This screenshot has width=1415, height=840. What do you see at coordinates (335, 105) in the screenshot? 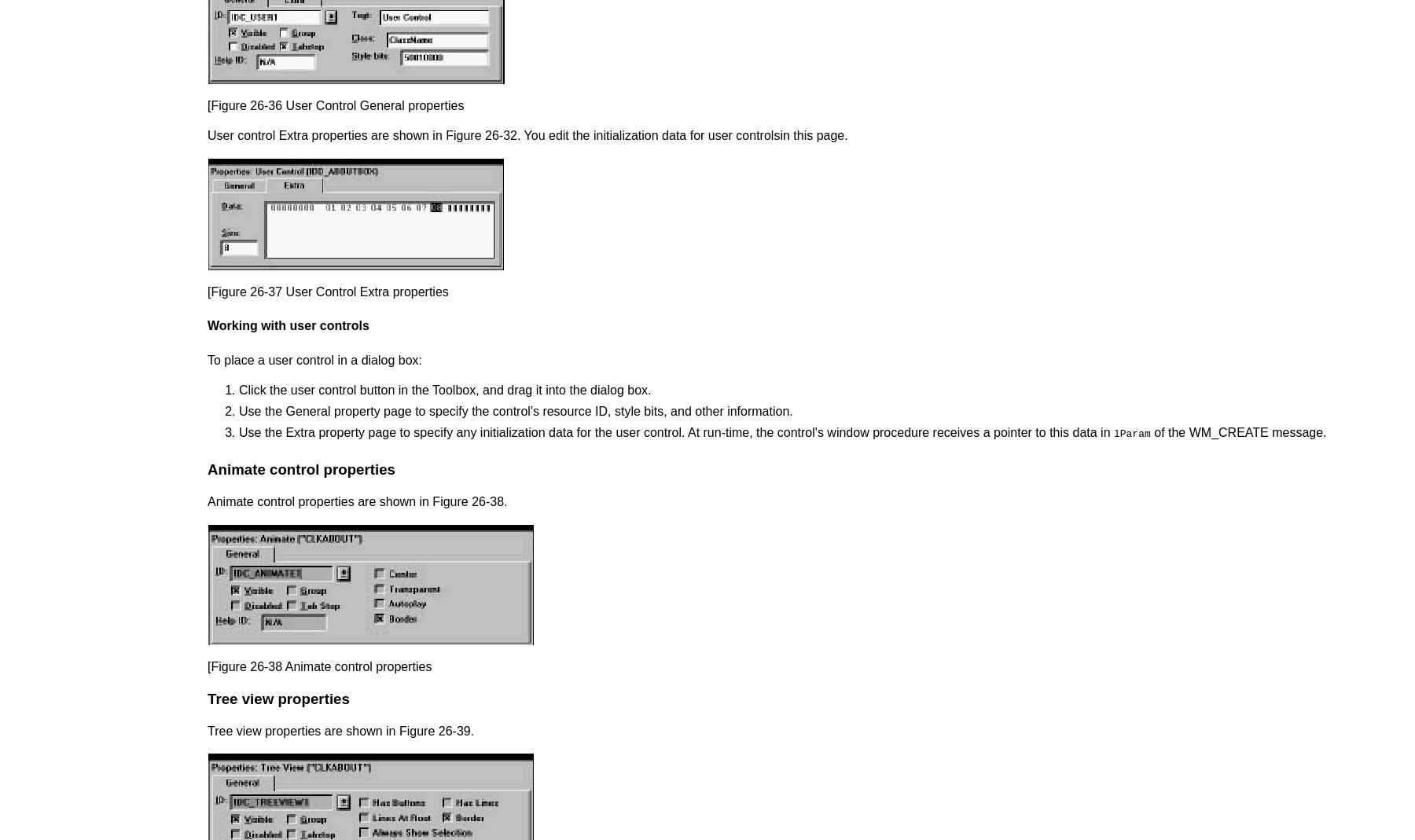
I see `'[Figure 26-36 User Control General properties'` at bounding box center [335, 105].